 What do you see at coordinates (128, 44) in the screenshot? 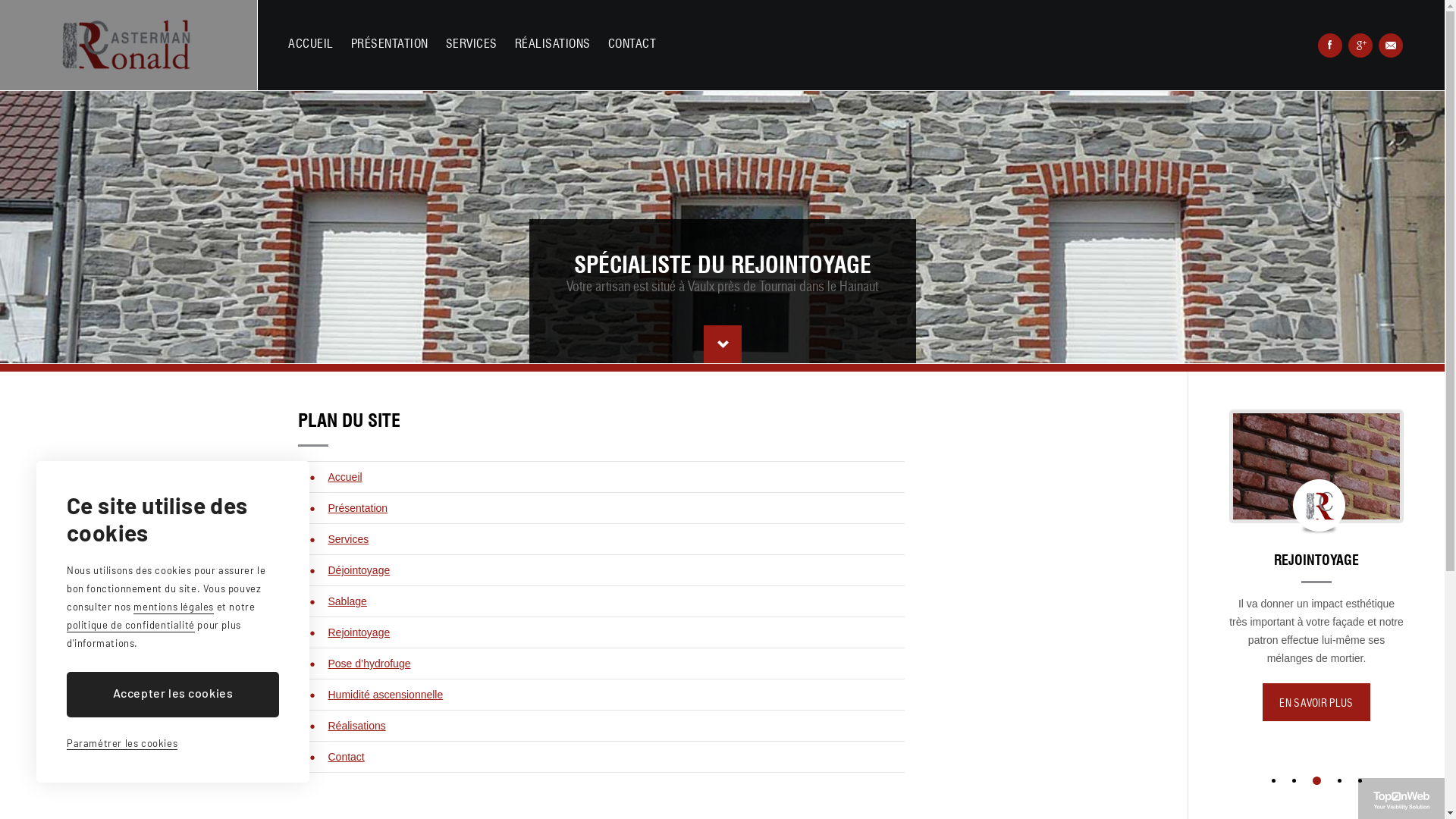
I see `'Casterman Ronald'` at bounding box center [128, 44].